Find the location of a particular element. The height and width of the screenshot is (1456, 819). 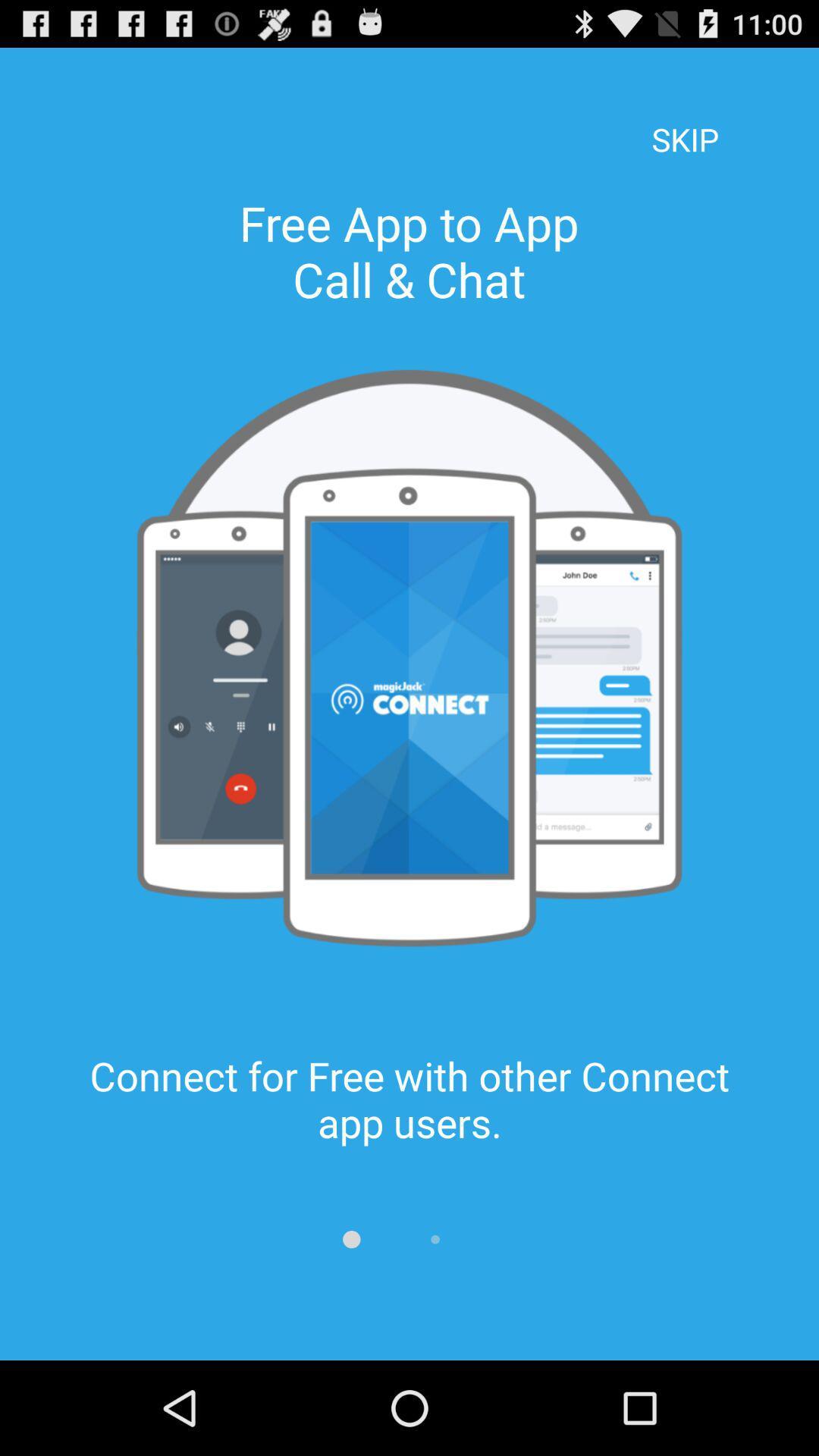

the icon below the connect for free is located at coordinates (351, 1239).